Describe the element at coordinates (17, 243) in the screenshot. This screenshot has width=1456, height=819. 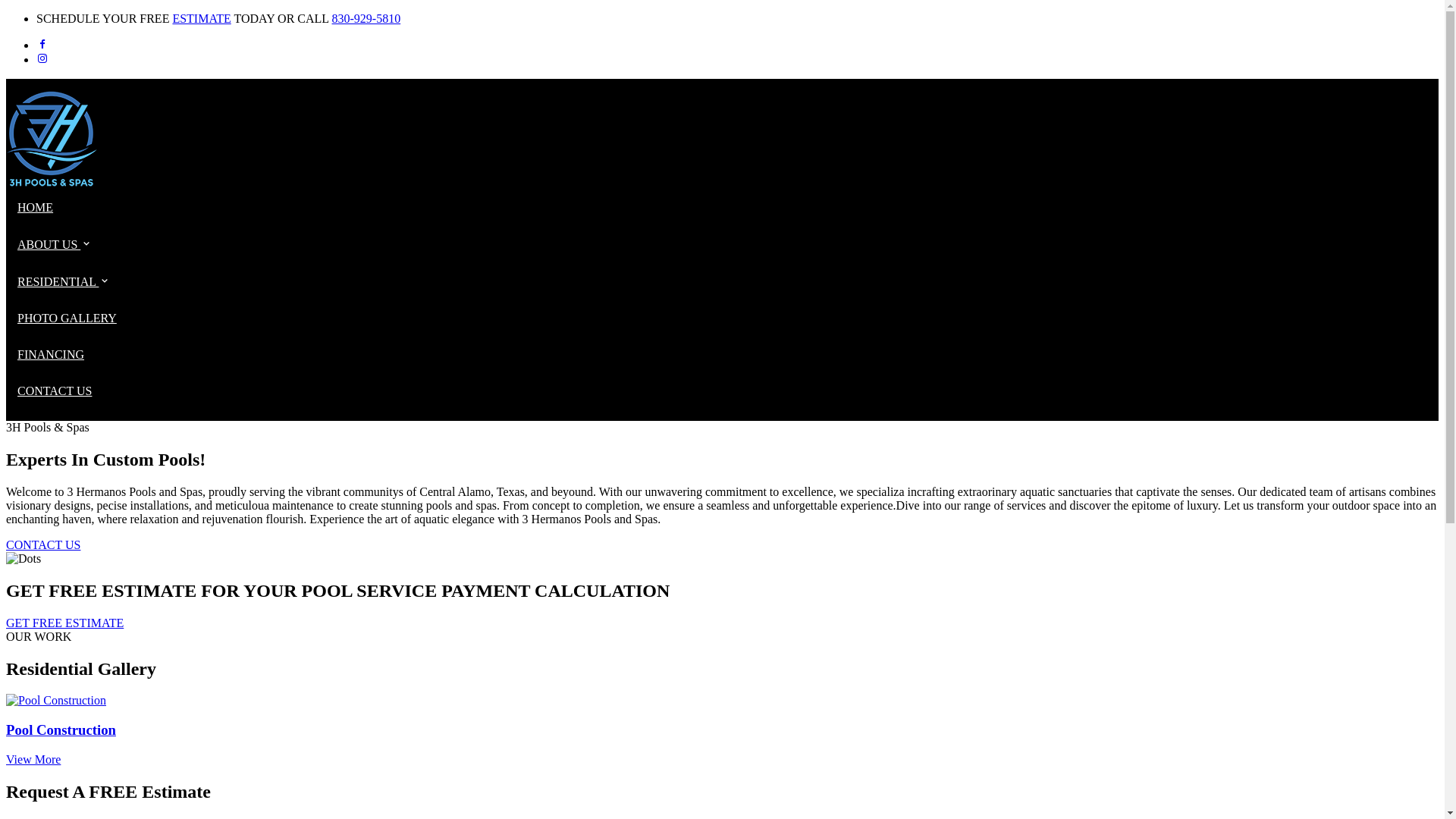
I see `'ABOUT US'` at that location.